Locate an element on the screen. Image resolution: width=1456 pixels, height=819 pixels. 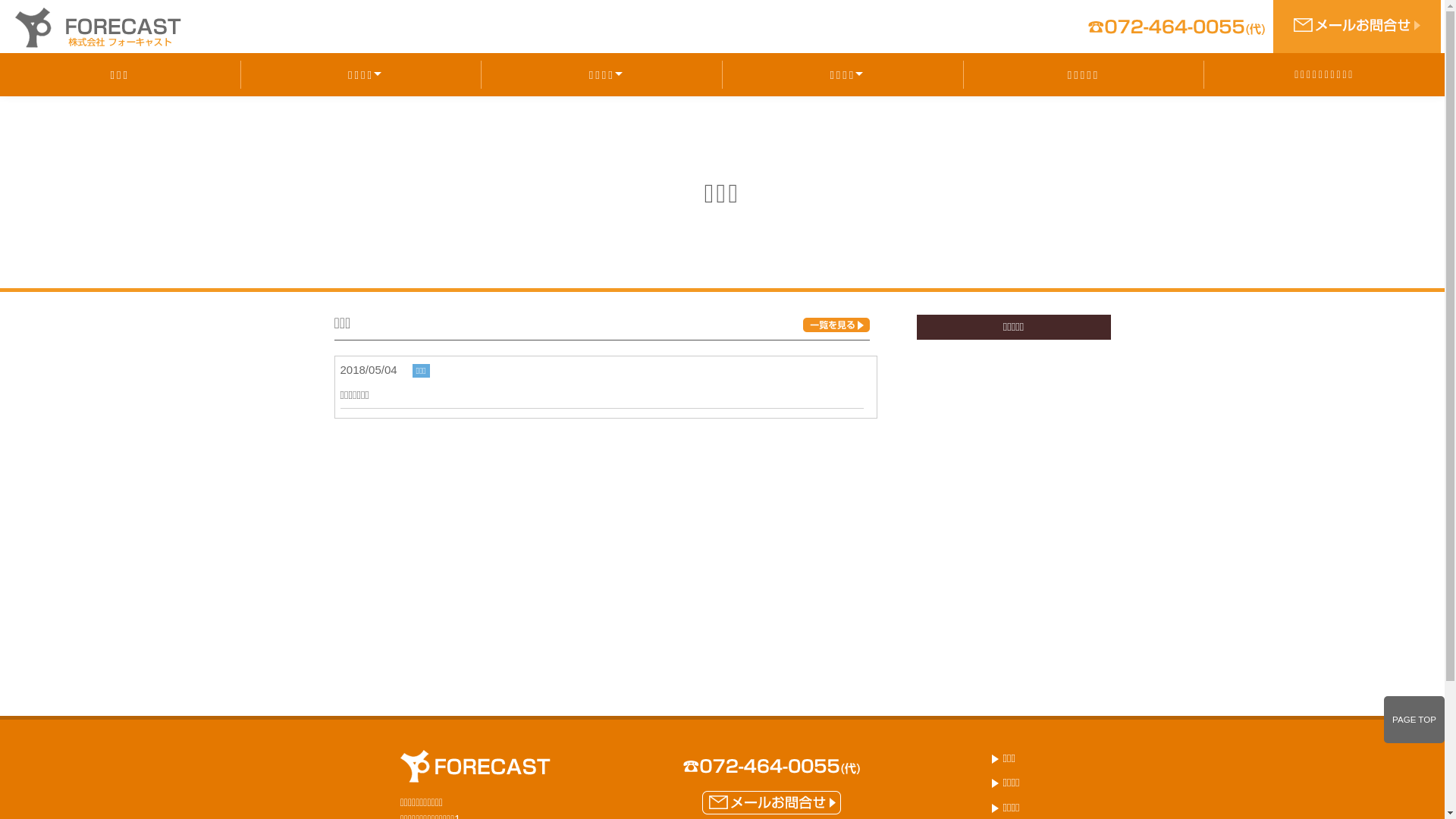
'PAGE TOP' is located at coordinates (1383, 719).